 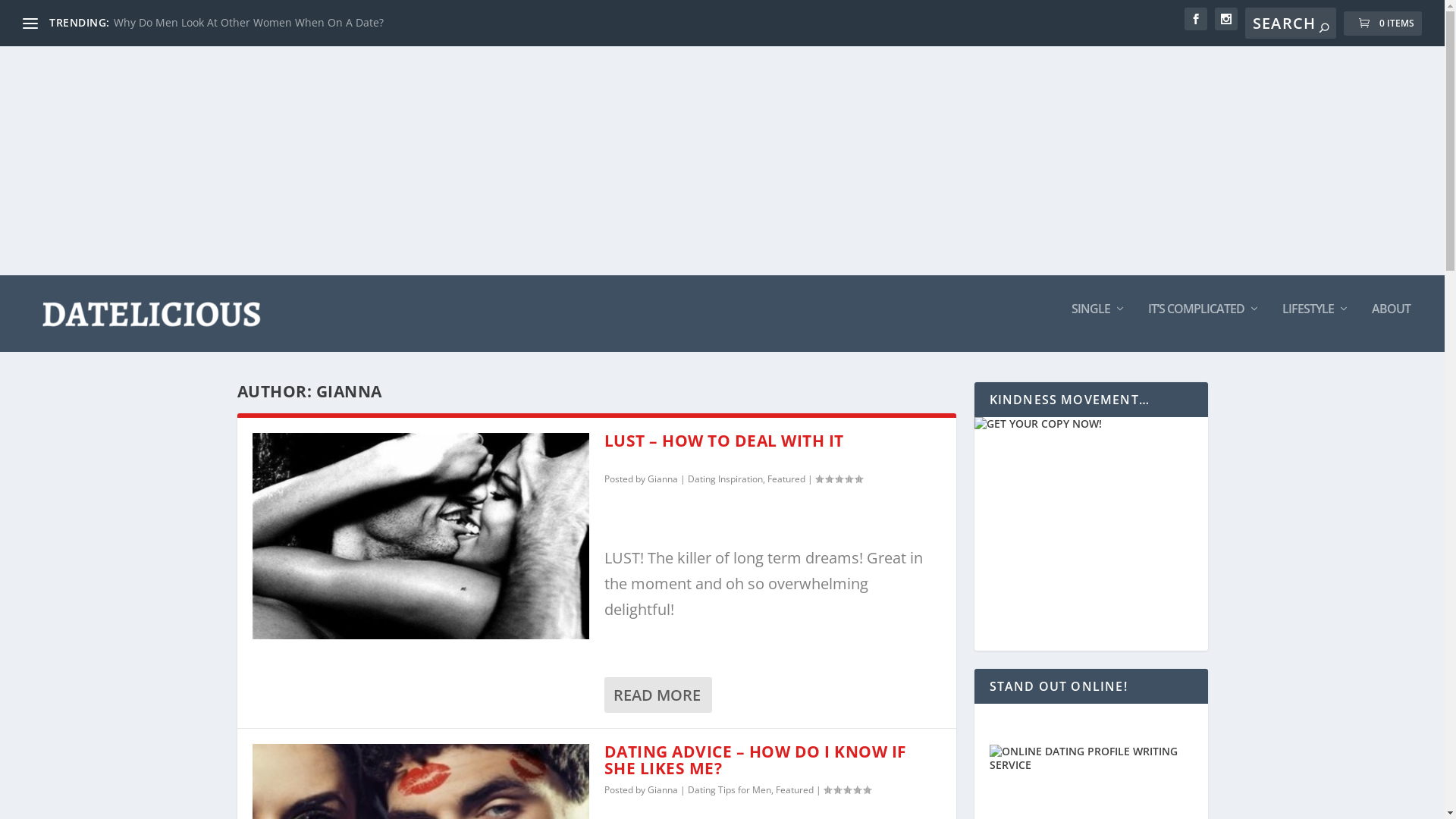 What do you see at coordinates (1290, 23) in the screenshot?
I see `'Search for:'` at bounding box center [1290, 23].